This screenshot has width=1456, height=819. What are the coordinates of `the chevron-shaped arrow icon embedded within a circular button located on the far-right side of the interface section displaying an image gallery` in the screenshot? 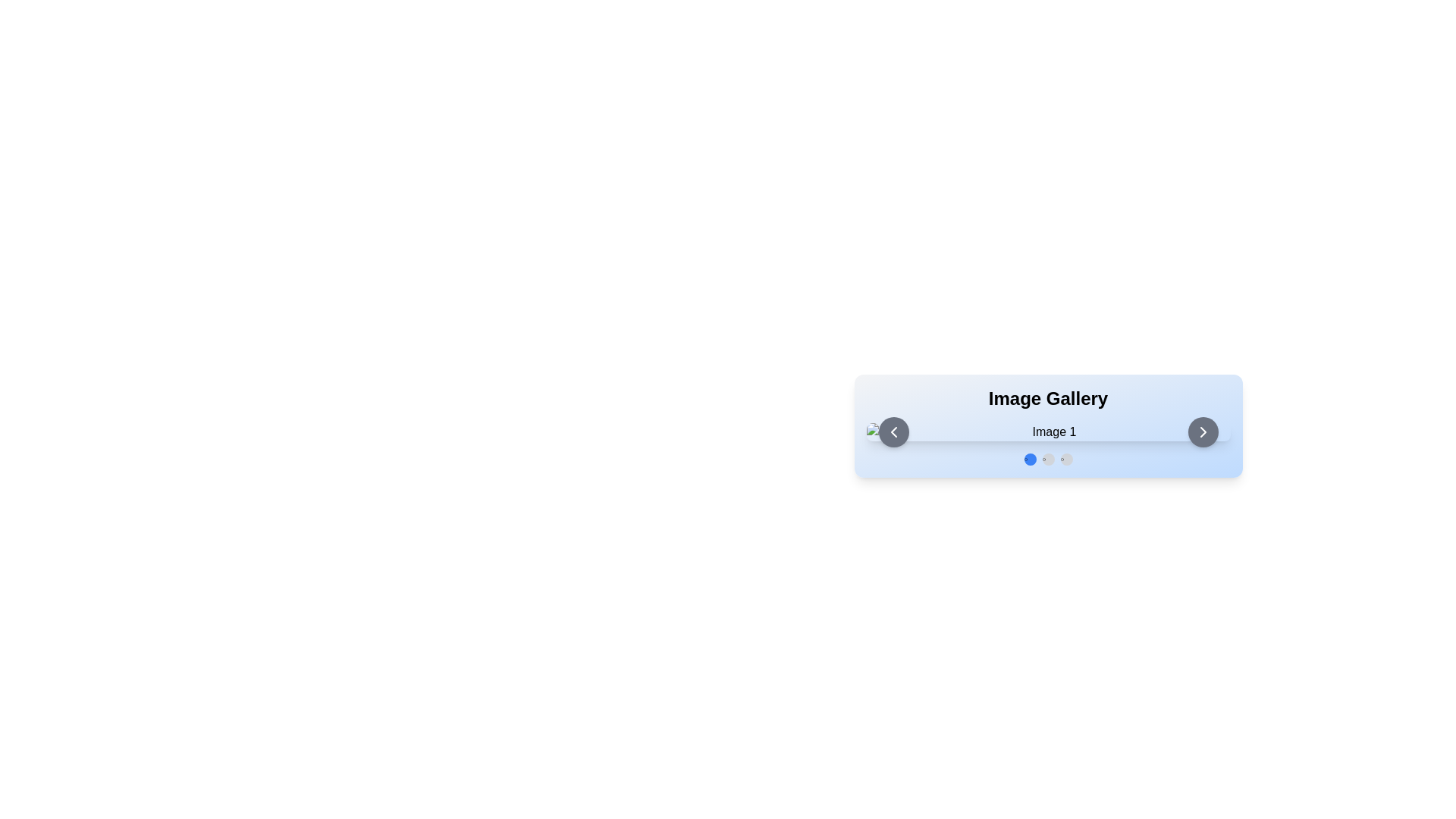 It's located at (1202, 432).